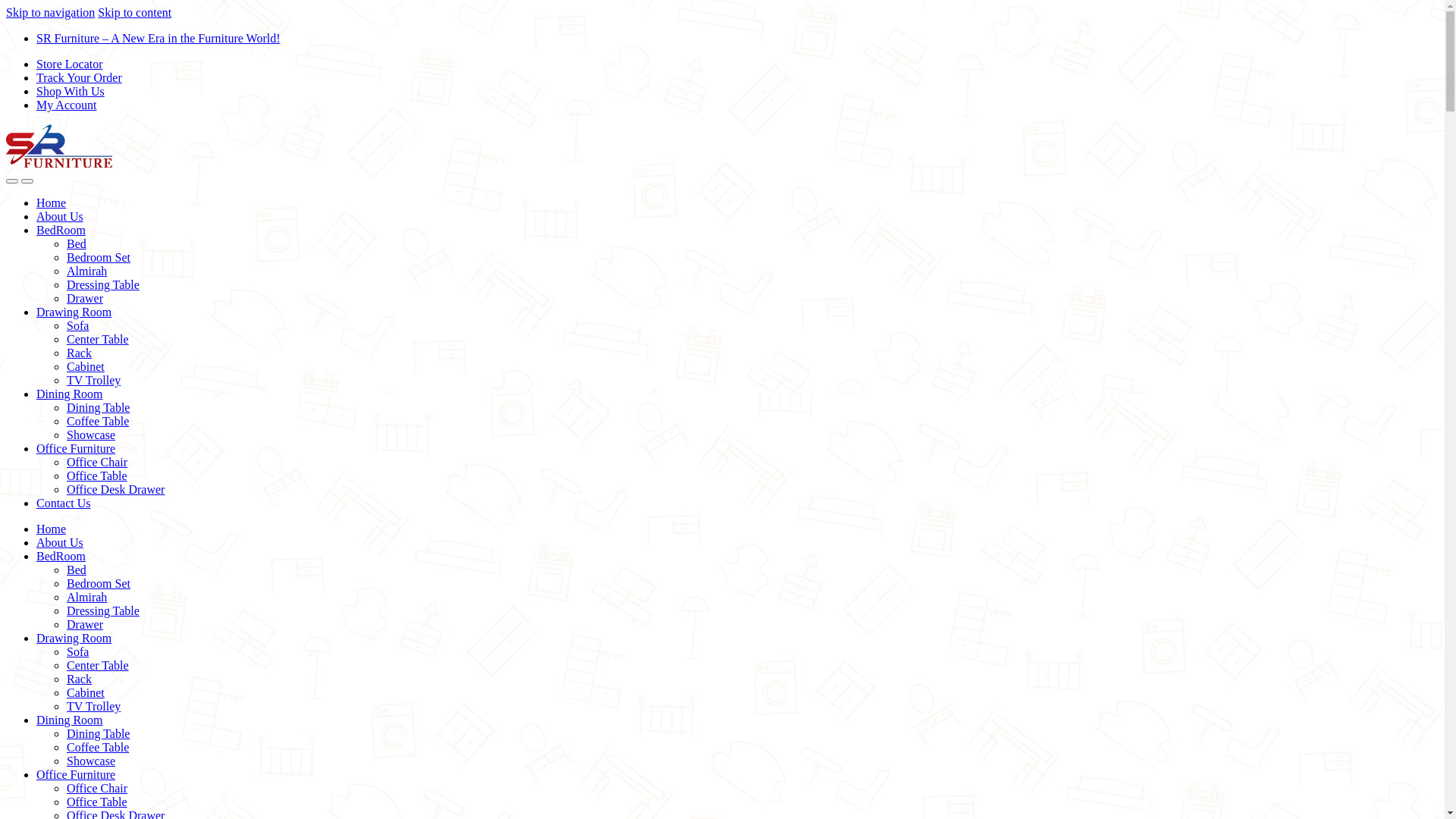 The width and height of the screenshot is (1456, 819). What do you see at coordinates (69, 91) in the screenshot?
I see `'Shop With Us'` at bounding box center [69, 91].